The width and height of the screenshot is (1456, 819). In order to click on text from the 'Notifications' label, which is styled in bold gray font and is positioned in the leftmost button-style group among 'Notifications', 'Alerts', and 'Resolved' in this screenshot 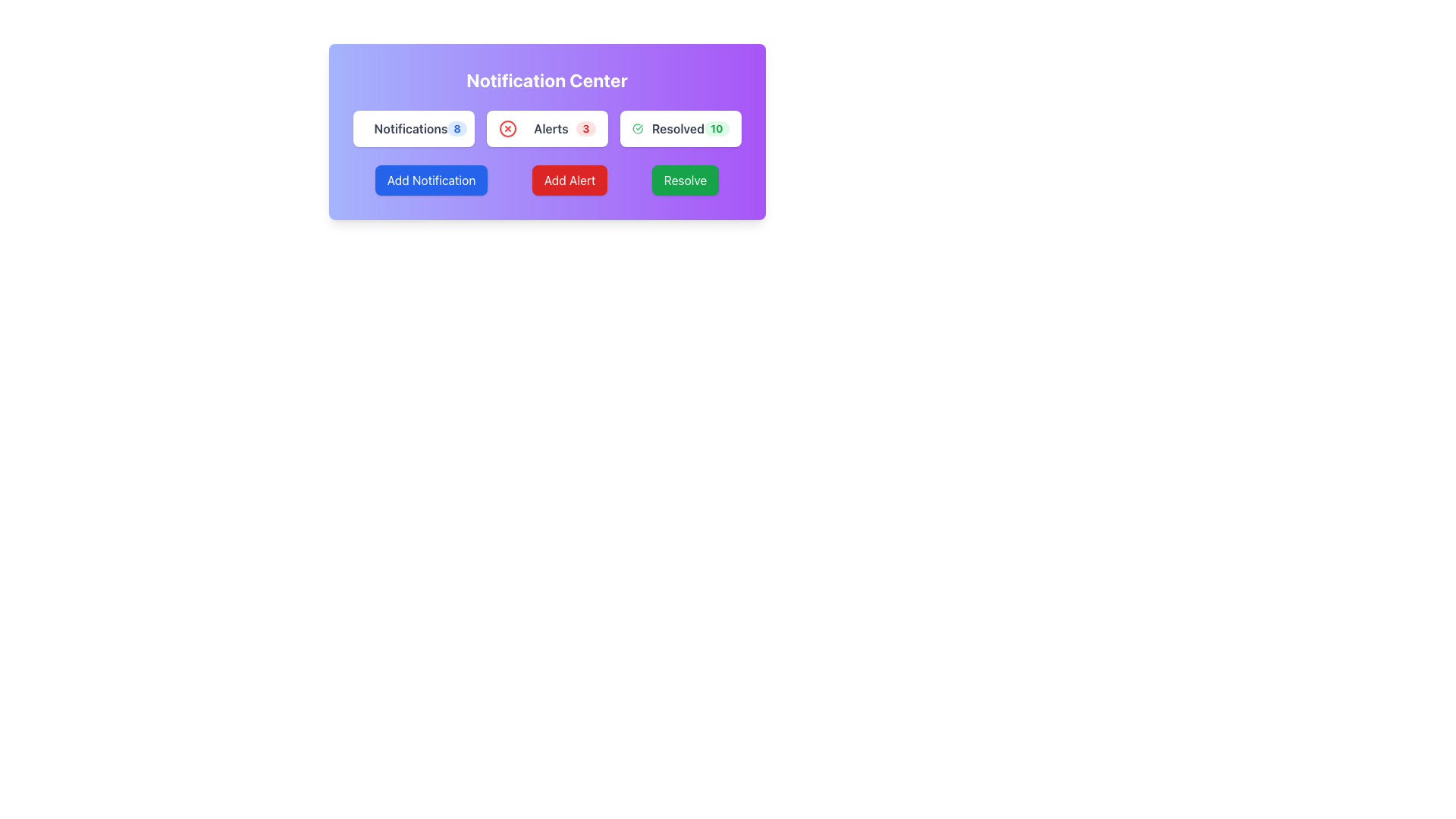, I will do `click(410, 127)`.